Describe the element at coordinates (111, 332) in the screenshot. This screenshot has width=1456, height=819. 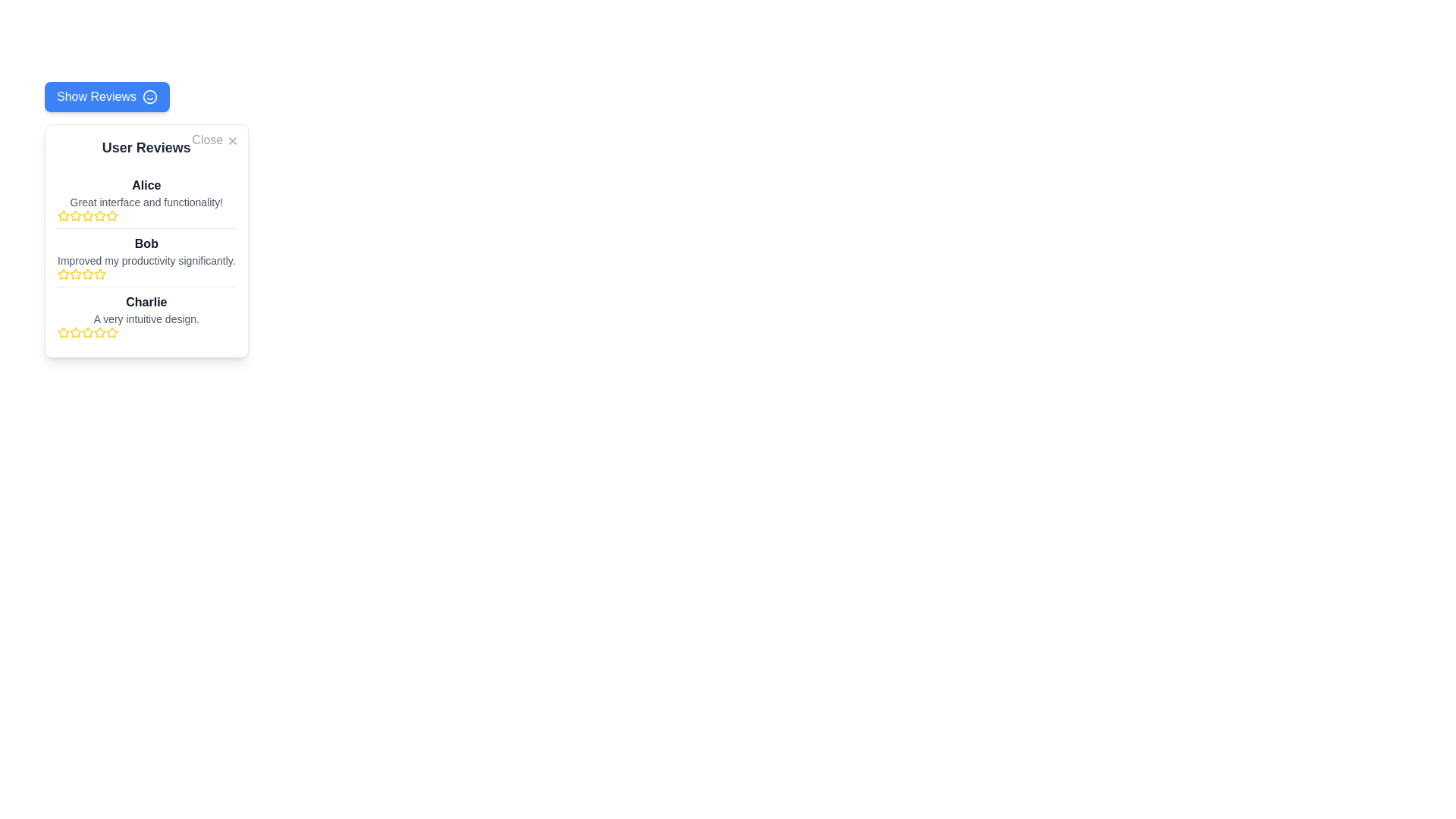
I see `the fifth star rating icon in the rating system under the review section labeled 'Charlie'` at that location.